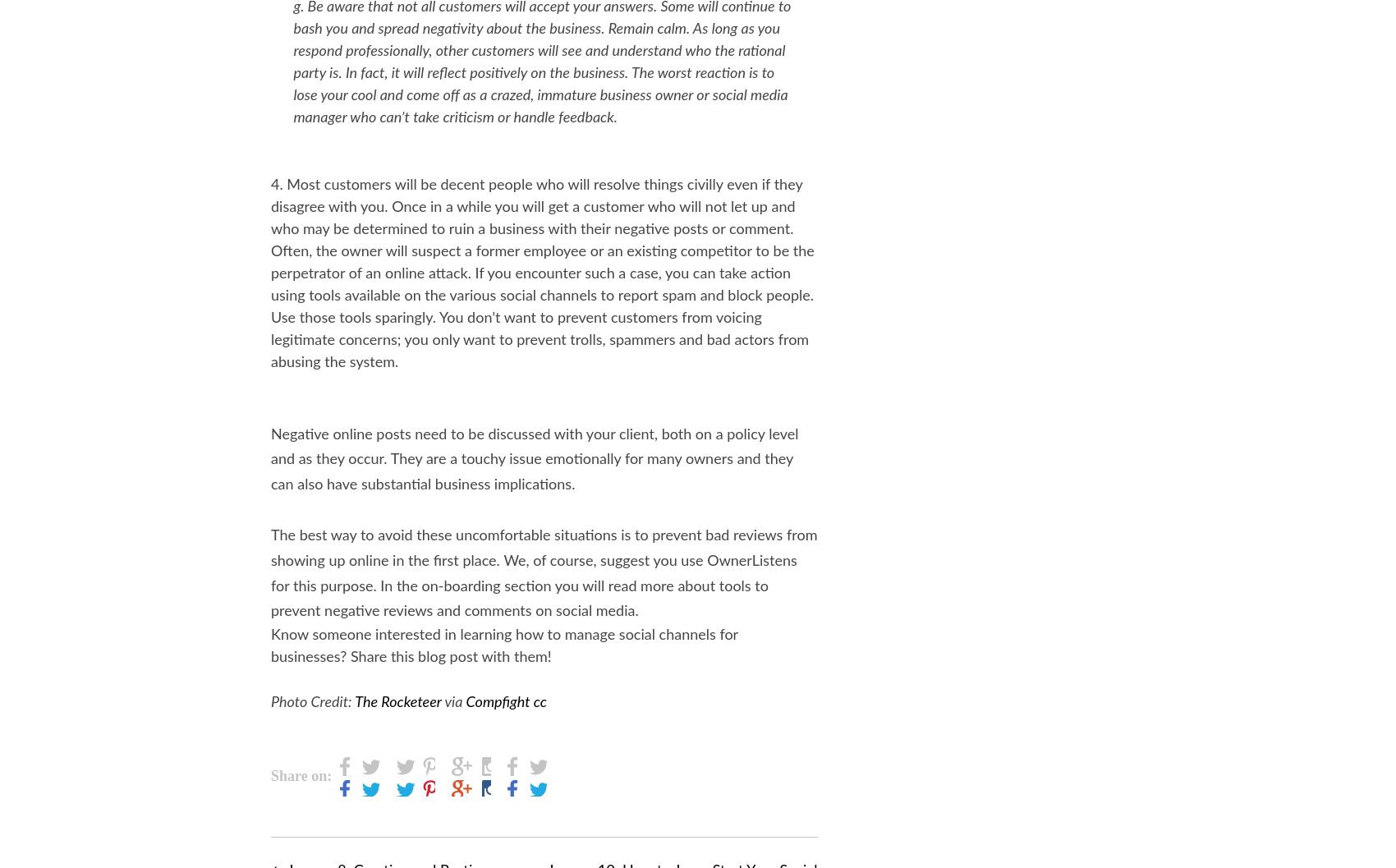  What do you see at coordinates (503, 646) in the screenshot?
I see `'Know someone interested in learning how to manage social channels for businesses? Share this blog post with them!'` at bounding box center [503, 646].